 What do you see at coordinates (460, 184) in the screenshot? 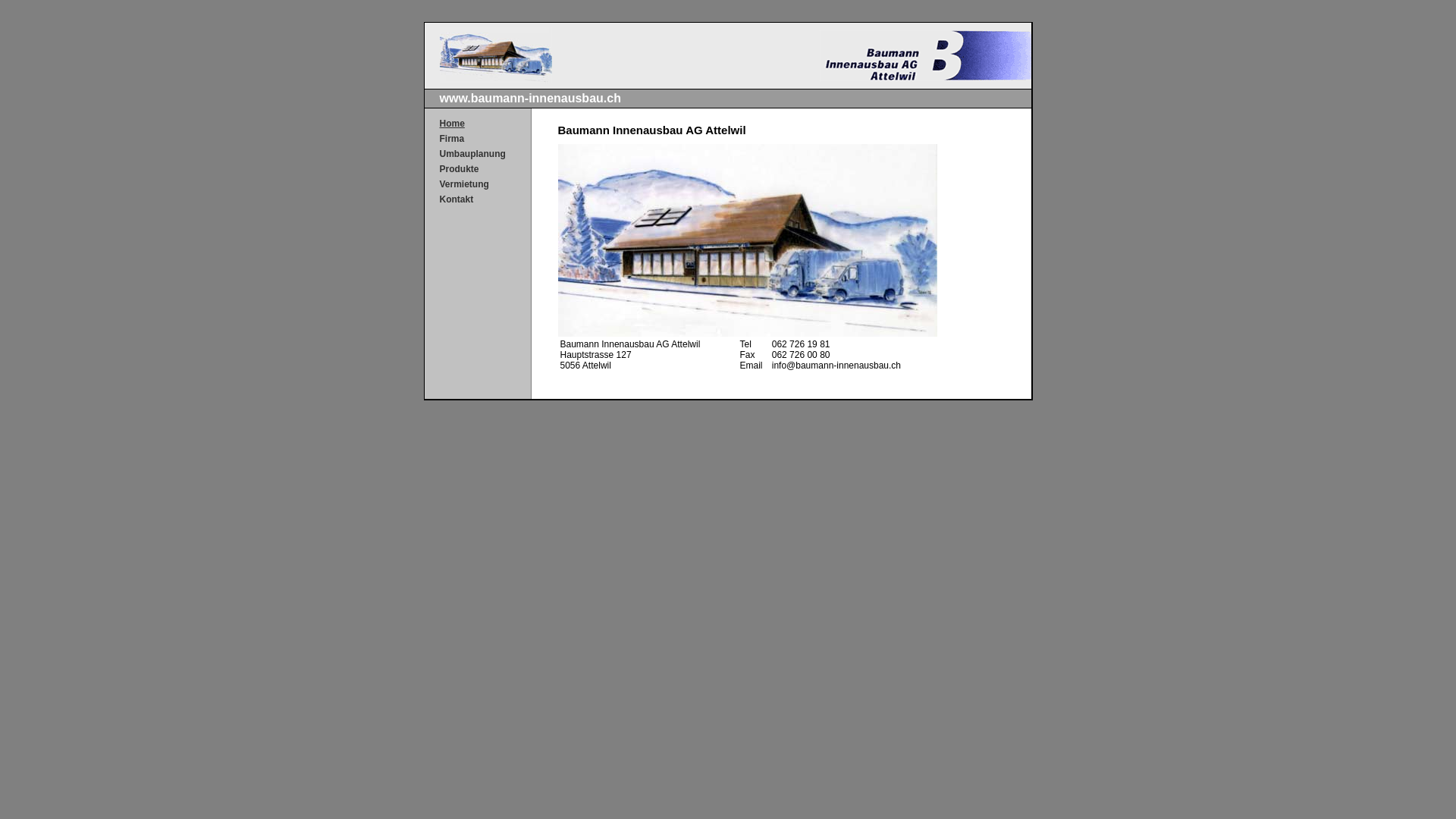
I see `'Vermietung'` at bounding box center [460, 184].